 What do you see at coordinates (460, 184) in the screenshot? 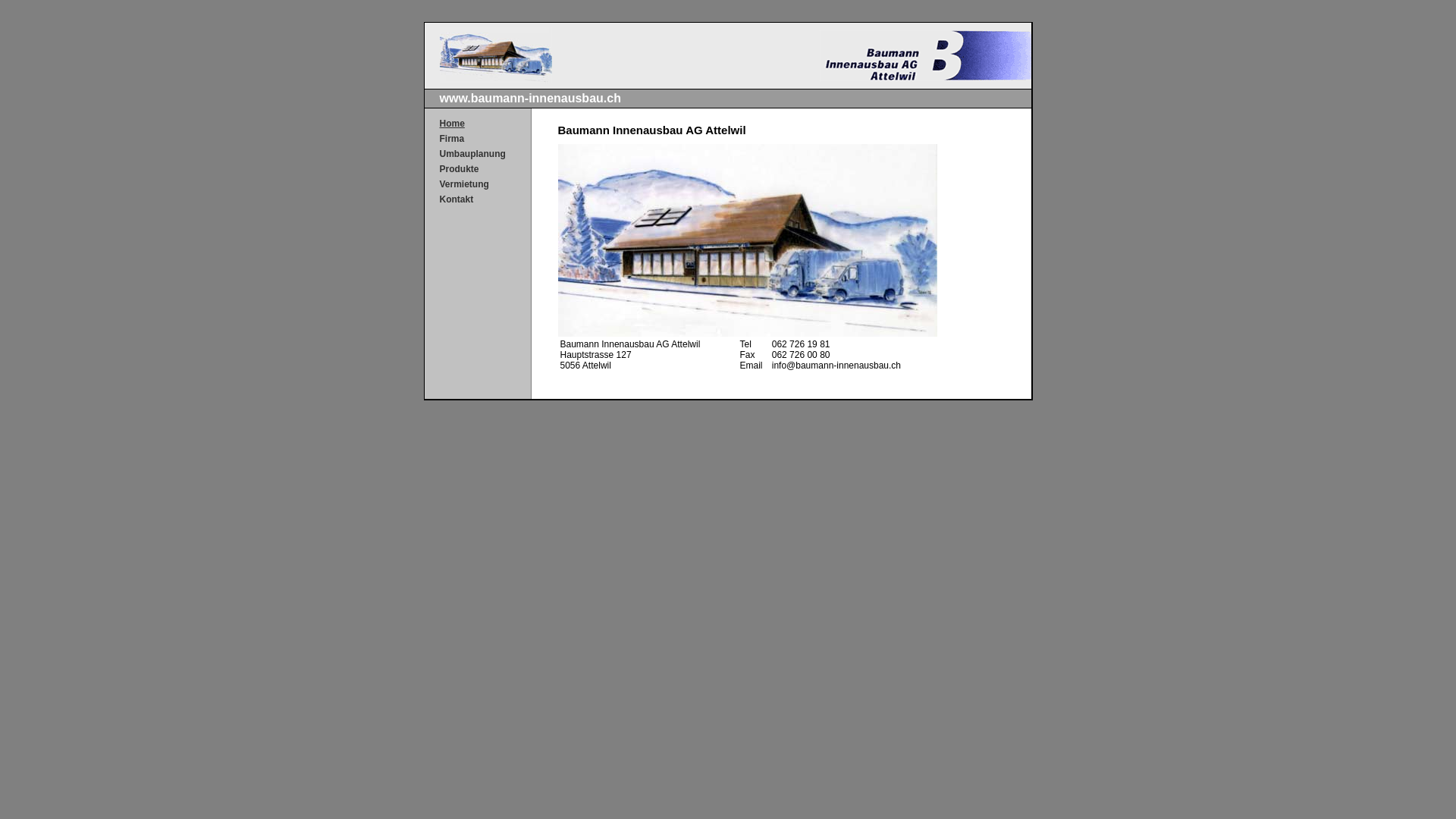
I see `'Vermietung'` at bounding box center [460, 184].